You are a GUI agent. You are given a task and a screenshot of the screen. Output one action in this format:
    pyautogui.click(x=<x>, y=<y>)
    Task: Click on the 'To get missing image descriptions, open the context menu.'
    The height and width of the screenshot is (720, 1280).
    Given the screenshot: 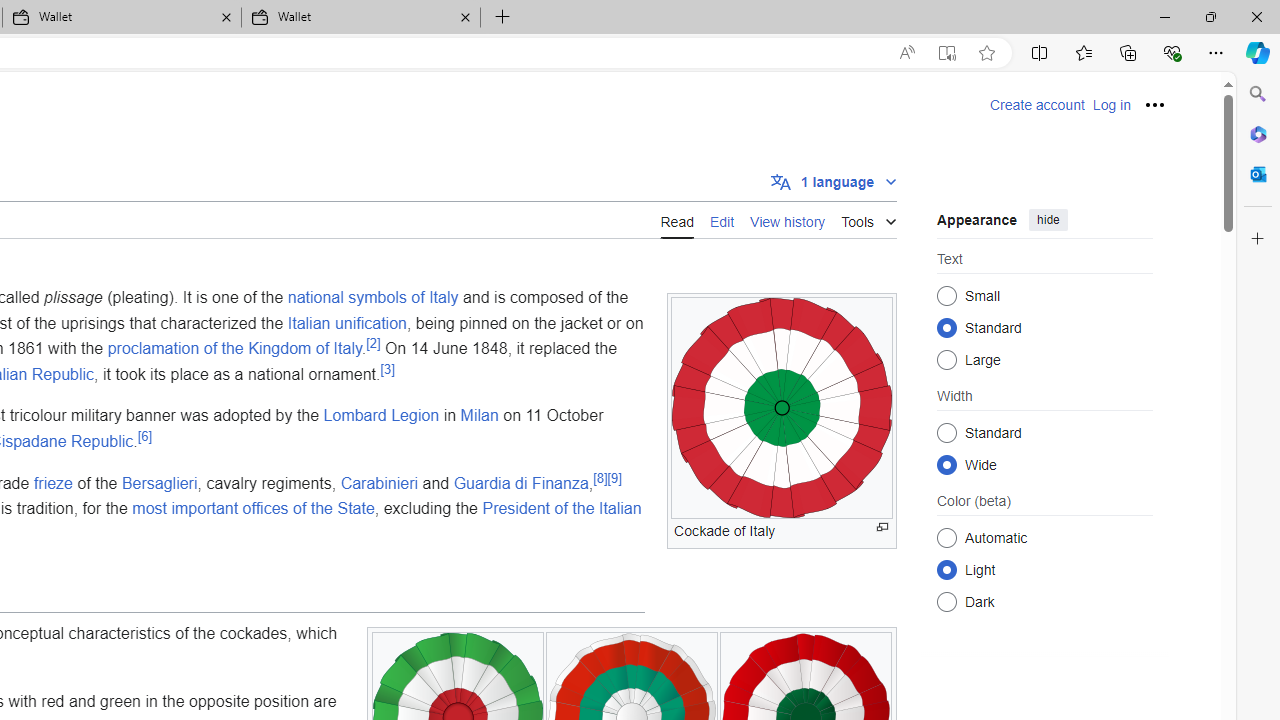 What is the action you would take?
    pyautogui.click(x=781, y=407)
    